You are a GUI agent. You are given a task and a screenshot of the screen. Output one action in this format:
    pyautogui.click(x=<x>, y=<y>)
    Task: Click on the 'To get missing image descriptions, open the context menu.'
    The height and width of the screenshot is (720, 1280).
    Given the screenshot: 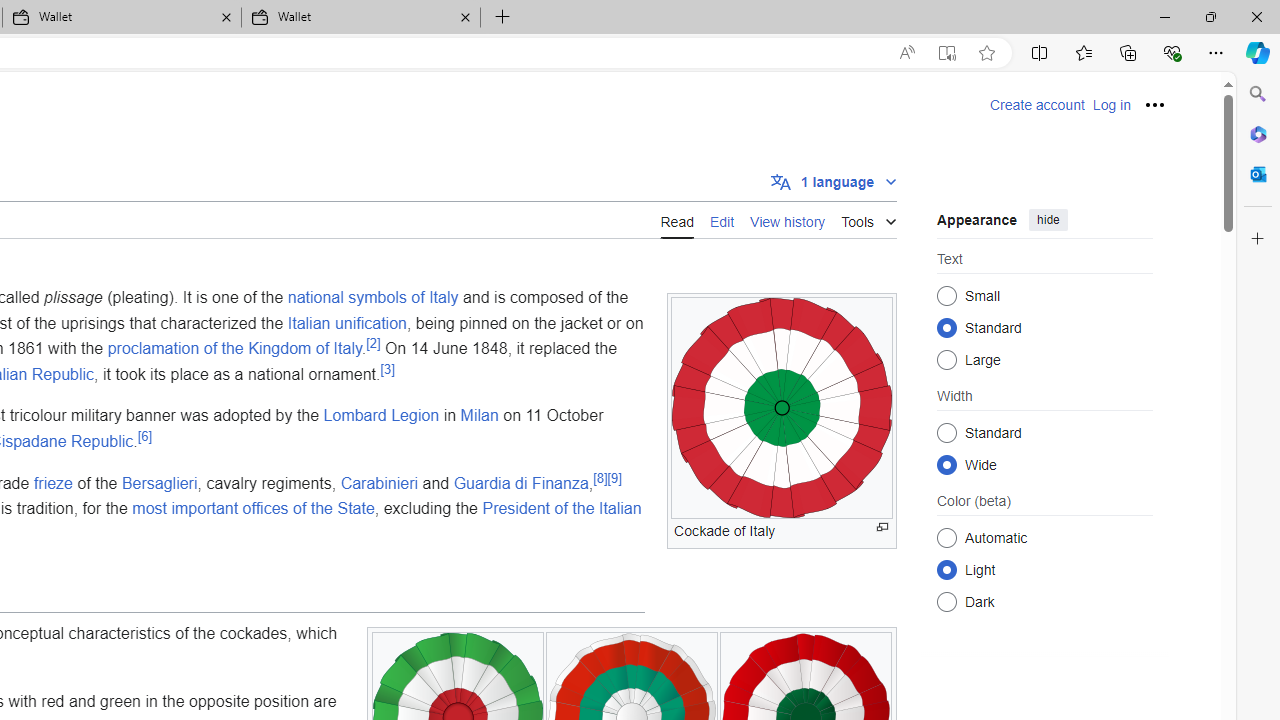 What is the action you would take?
    pyautogui.click(x=781, y=407)
    